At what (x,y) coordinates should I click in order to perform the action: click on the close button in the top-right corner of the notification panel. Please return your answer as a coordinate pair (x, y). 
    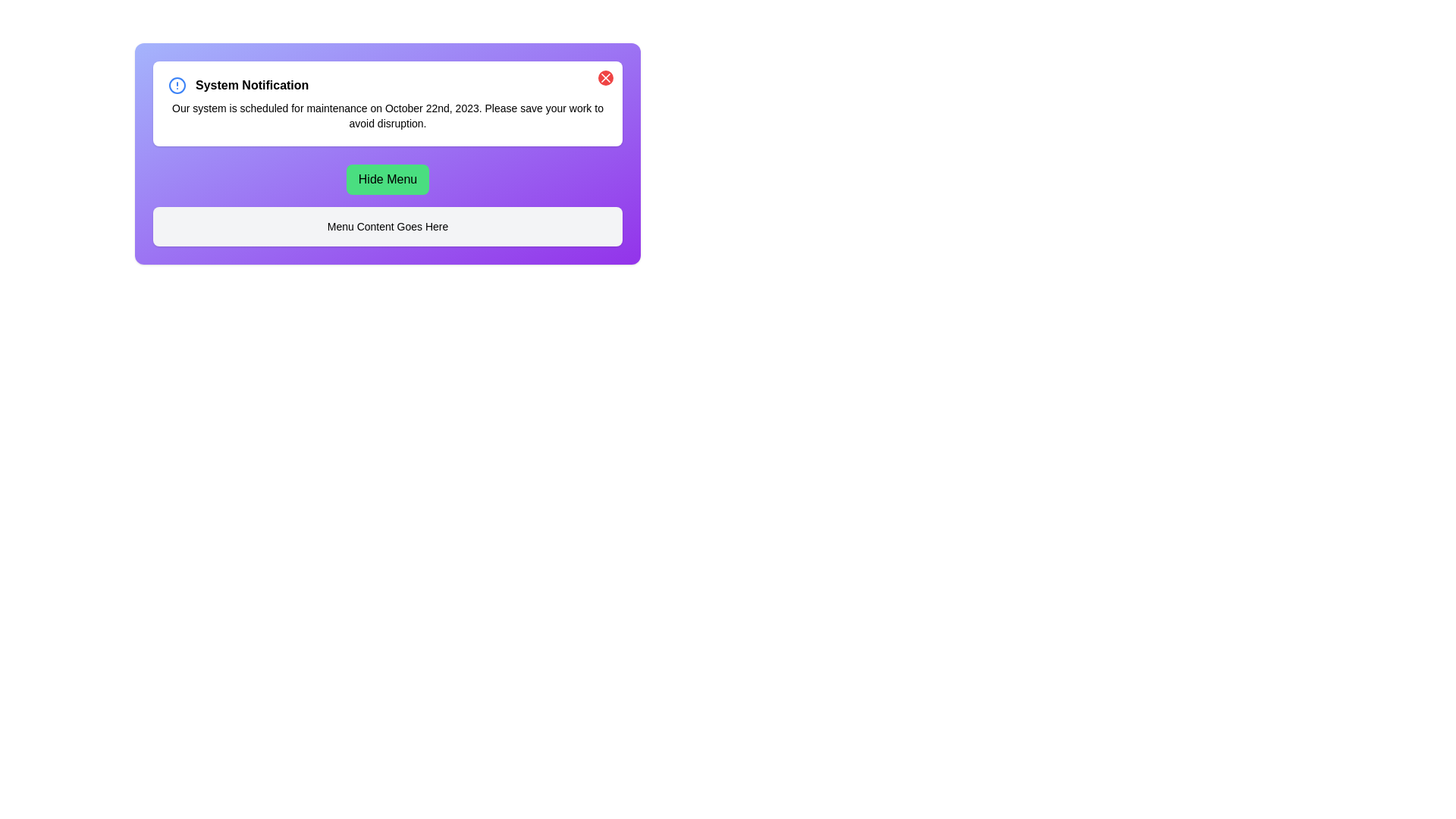
    Looking at the image, I should click on (604, 78).